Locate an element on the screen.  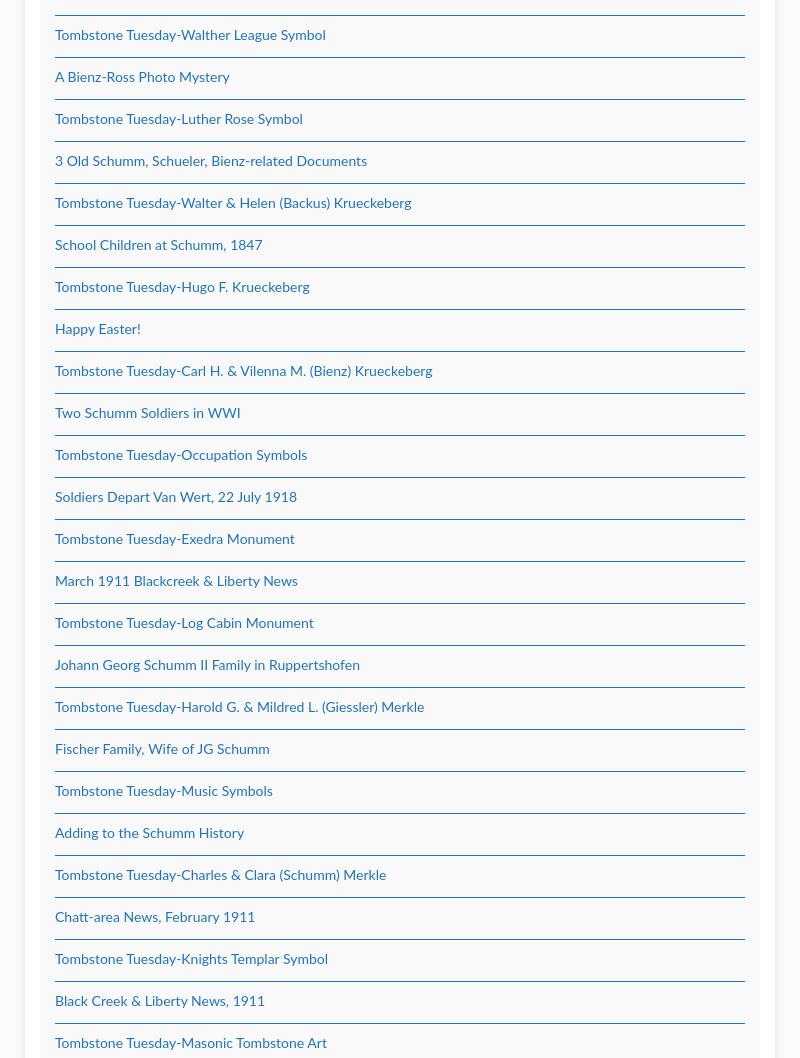
'Tombstone Tuesday-Walther League Symbol' is located at coordinates (189, 35).